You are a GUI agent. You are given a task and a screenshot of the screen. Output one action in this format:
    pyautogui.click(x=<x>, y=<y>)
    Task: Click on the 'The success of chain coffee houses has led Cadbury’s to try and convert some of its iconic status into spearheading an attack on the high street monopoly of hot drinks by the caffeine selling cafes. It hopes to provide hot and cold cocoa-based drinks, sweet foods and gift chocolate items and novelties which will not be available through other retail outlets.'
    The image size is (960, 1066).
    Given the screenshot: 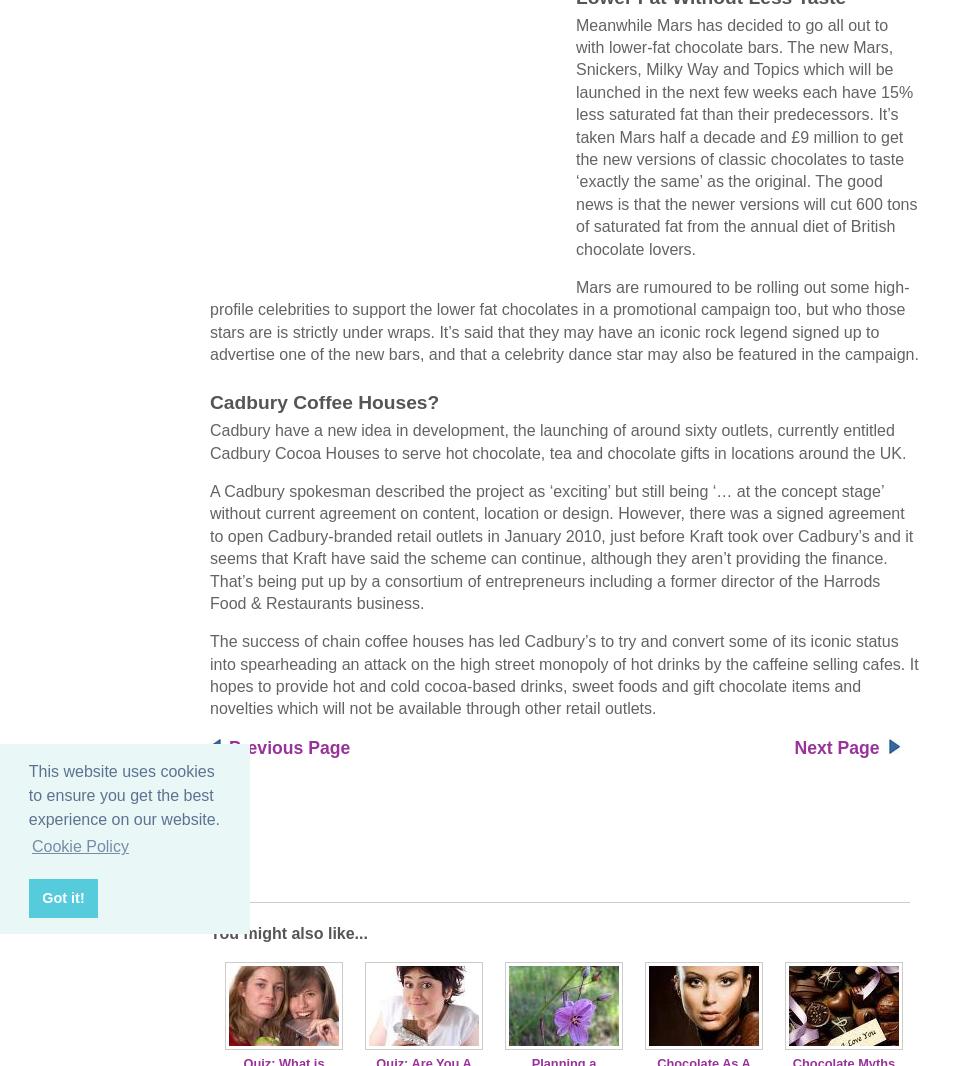 What is the action you would take?
    pyautogui.click(x=564, y=673)
    